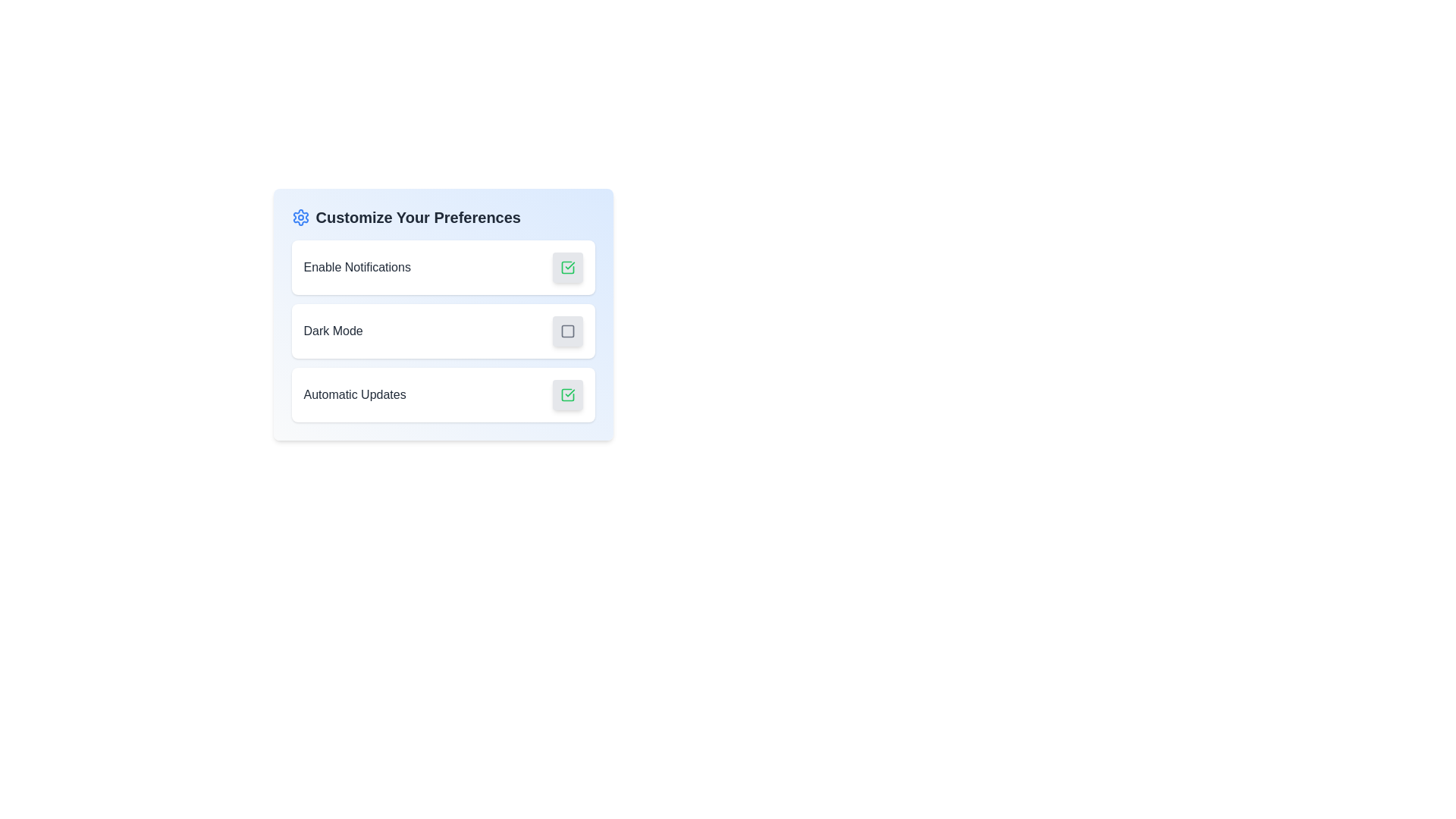 Image resolution: width=1456 pixels, height=819 pixels. I want to click on the toggle button on the 'Dark Mode' card, which is the second card in the vertical list of cards, to change the setting, so click(442, 330).